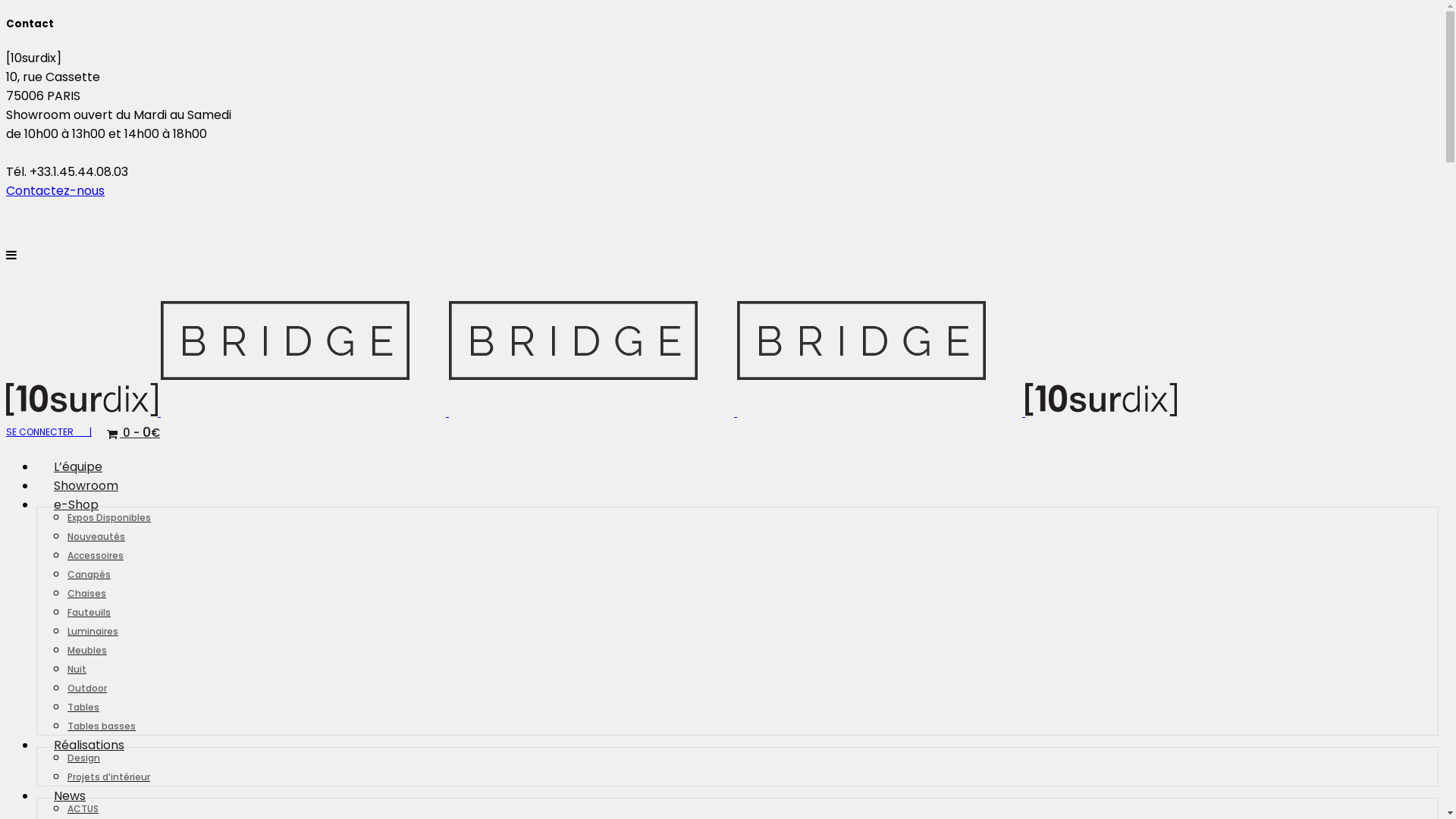  I want to click on 'Showroom', so click(85, 485).